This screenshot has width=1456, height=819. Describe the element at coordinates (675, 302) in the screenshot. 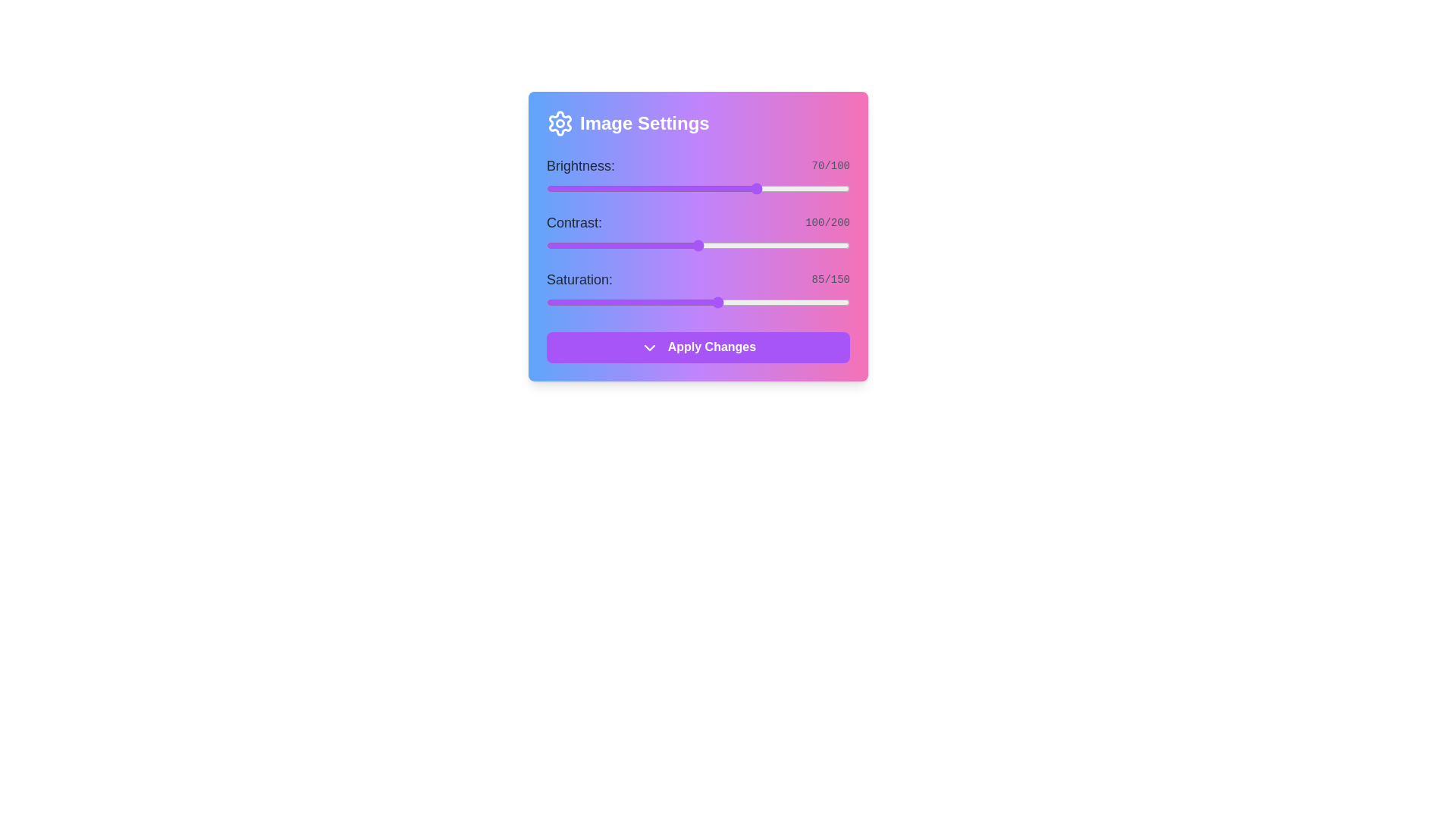

I see `the saturation slider to 64 level` at that location.